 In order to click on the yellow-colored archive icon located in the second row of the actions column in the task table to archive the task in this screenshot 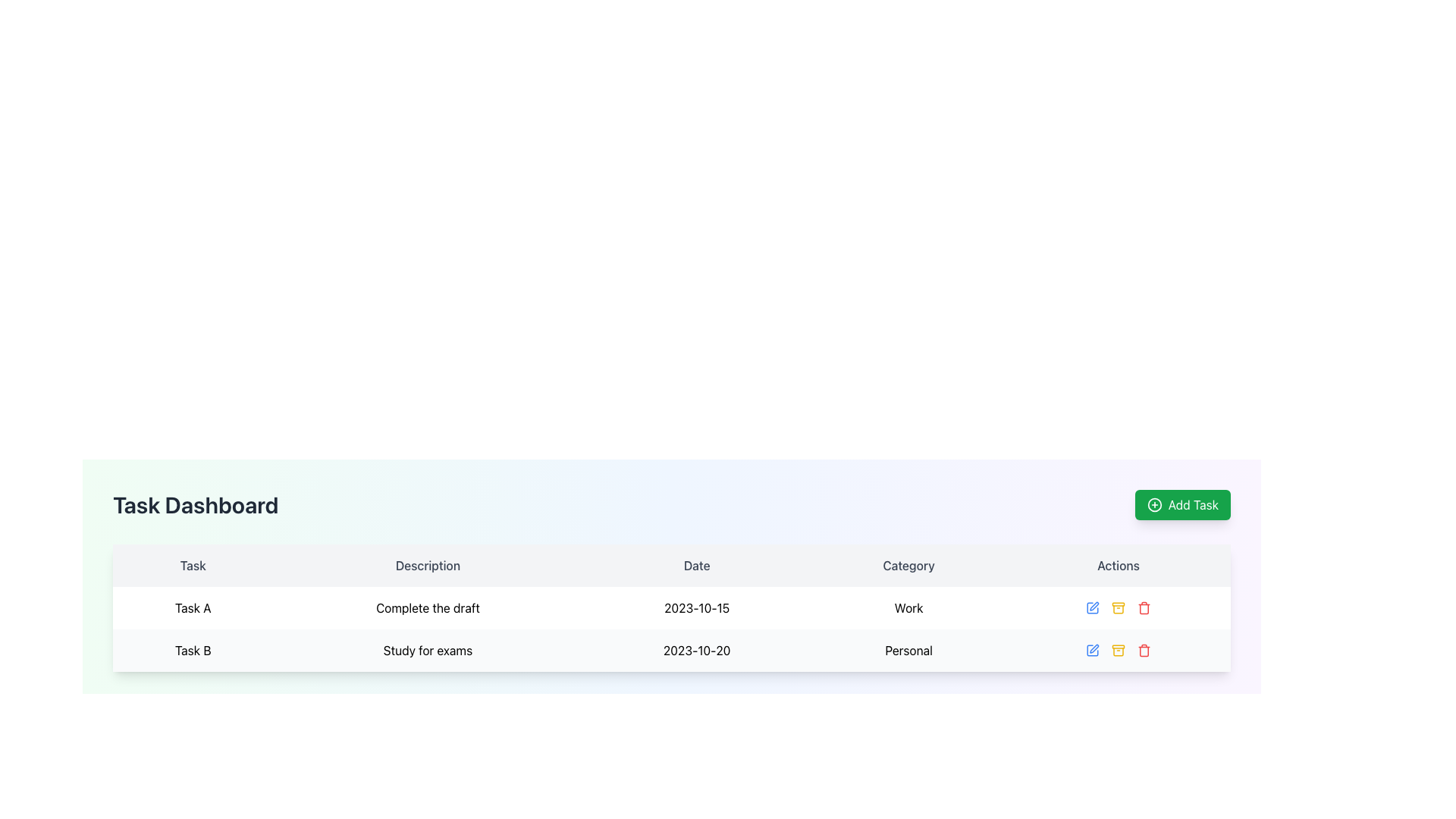, I will do `click(1119, 649)`.